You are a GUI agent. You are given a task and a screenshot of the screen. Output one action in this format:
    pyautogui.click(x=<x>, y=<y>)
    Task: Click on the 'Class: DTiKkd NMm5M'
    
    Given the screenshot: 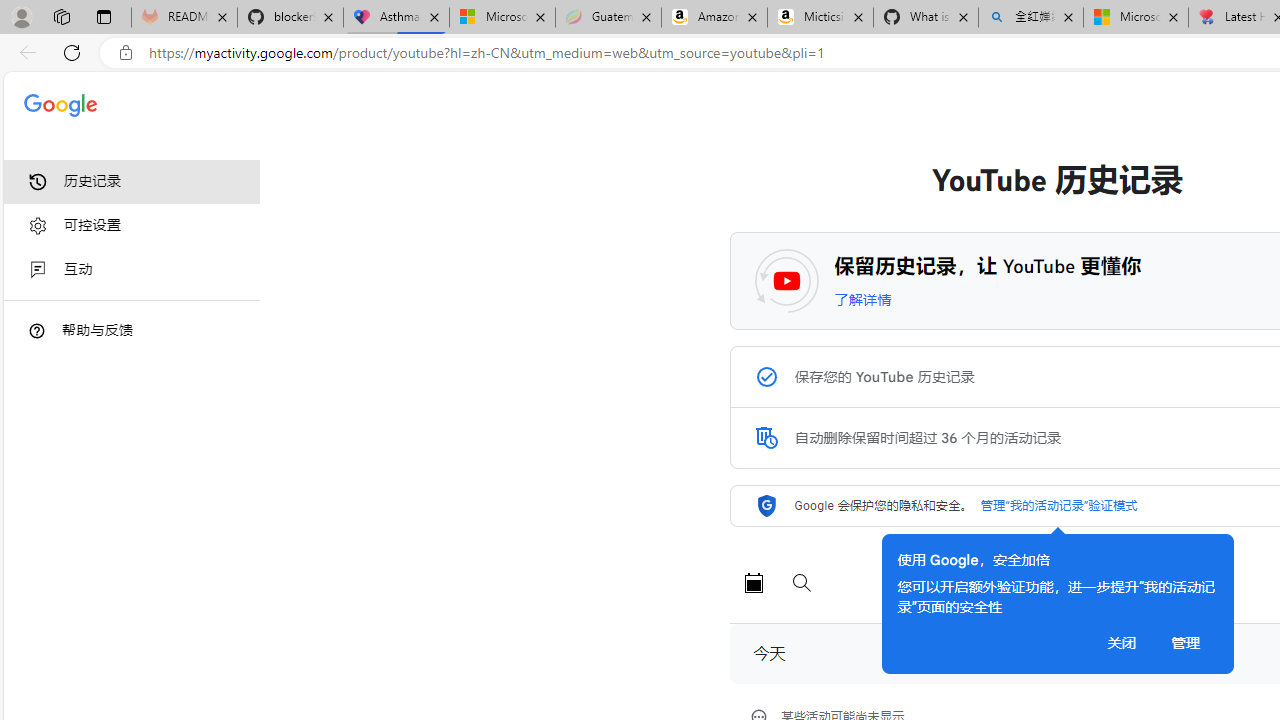 What is the action you would take?
    pyautogui.click(x=37, y=329)
    